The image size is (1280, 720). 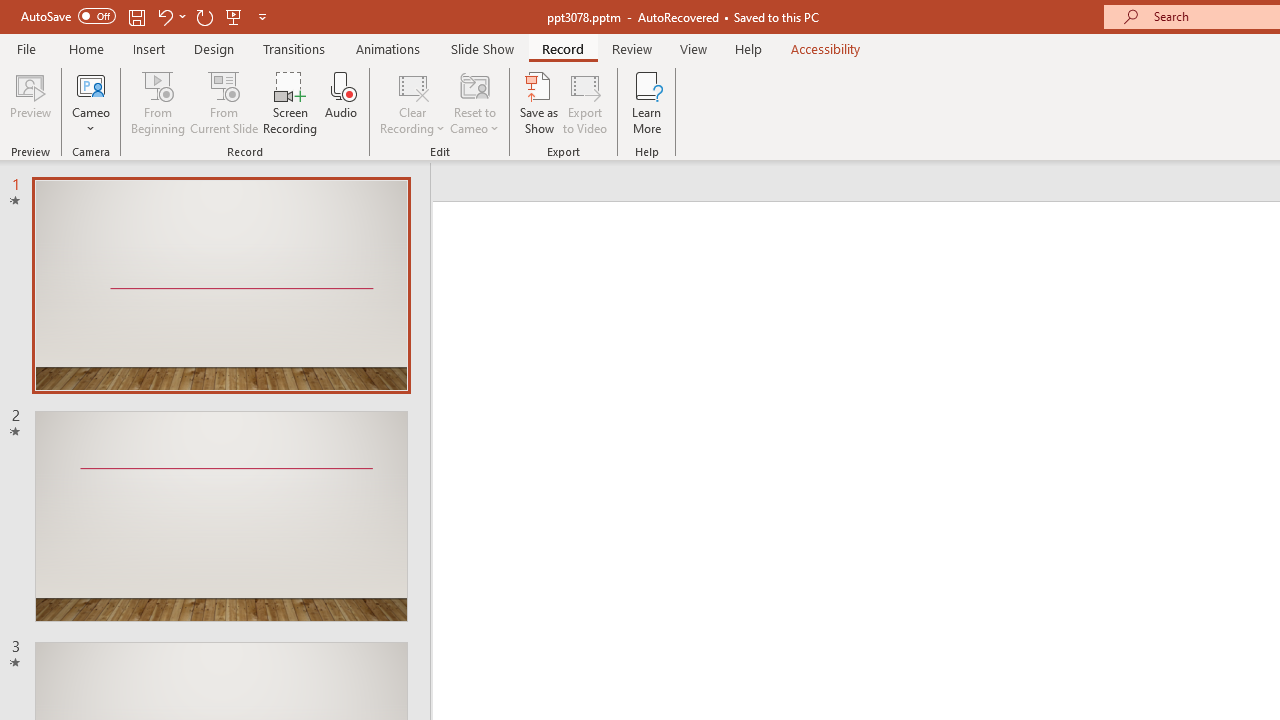 I want to click on 'Export to Video', so click(x=584, y=103).